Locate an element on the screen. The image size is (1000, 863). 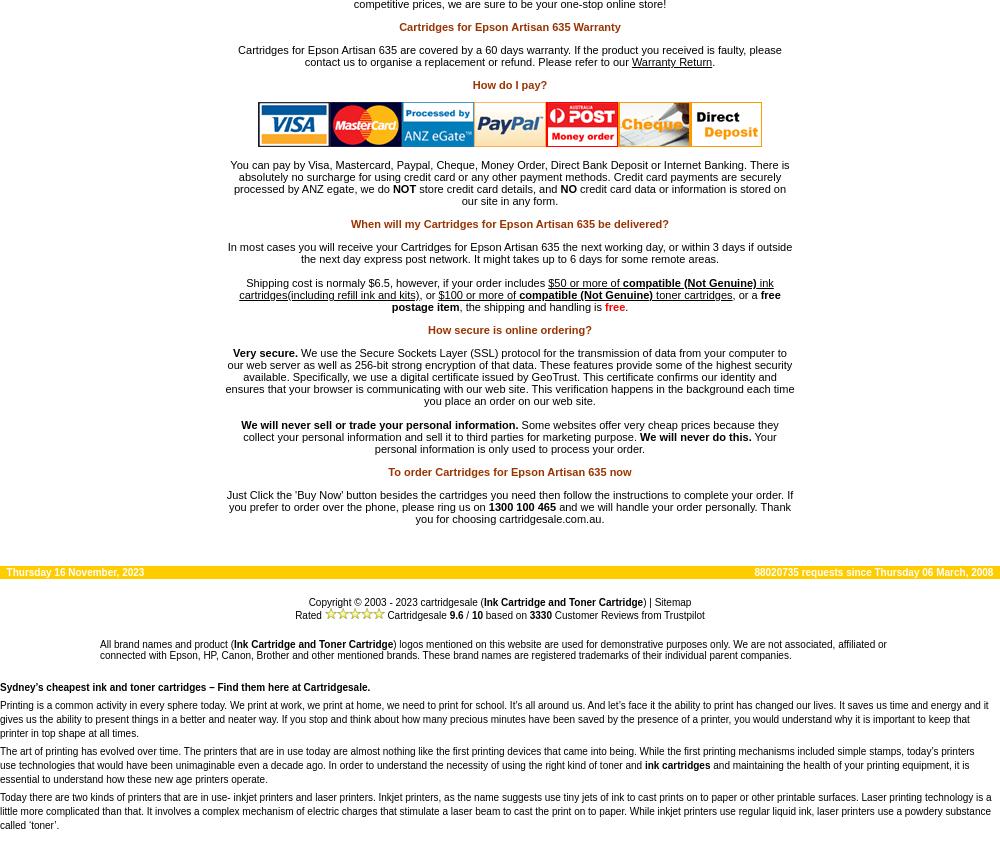
'toner cartridges' is located at coordinates (691, 293).